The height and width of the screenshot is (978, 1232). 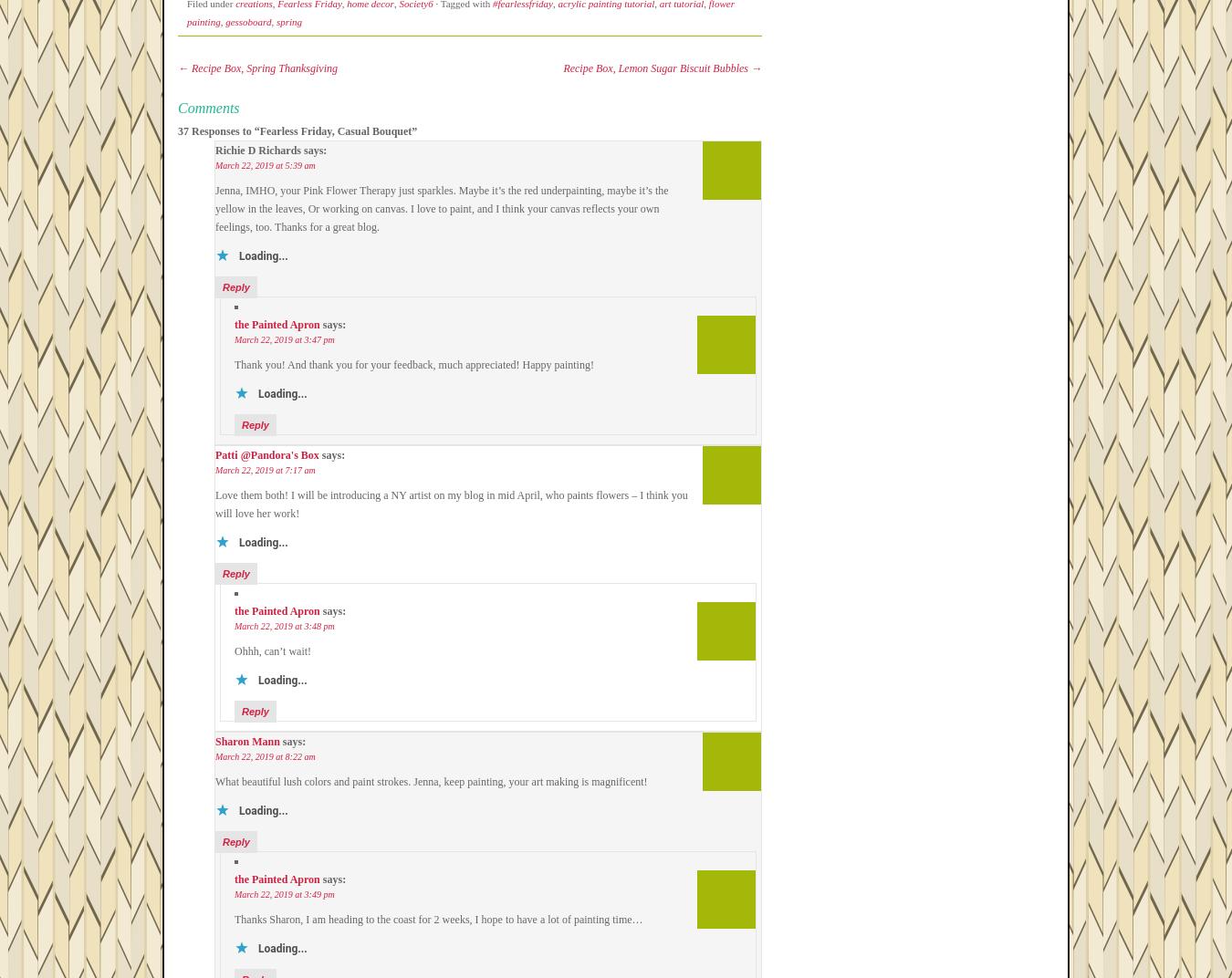 I want to click on 'Thanks Sharon, I am heading to the coast for 2 weeks, I hope to have a lot of painting time…', so click(x=437, y=920).